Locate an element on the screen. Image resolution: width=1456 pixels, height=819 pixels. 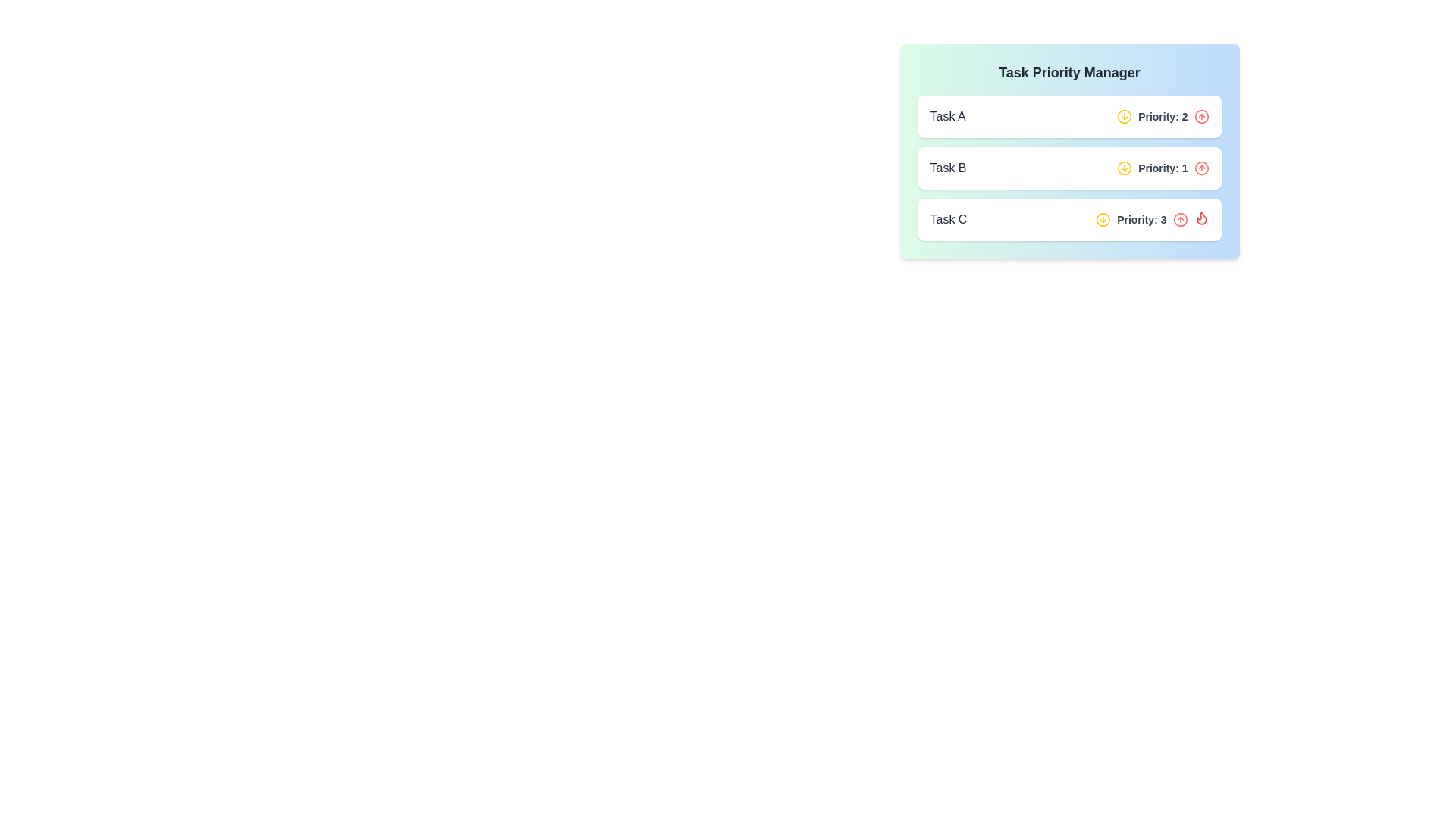
the circular icon button with a yellow border and a downward-pointing arrow, located next to the text 'Priority: 3' in the 'Task C' entry of the 'Task Priority Manager' section to decrease the priority is located at coordinates (1103, 219).